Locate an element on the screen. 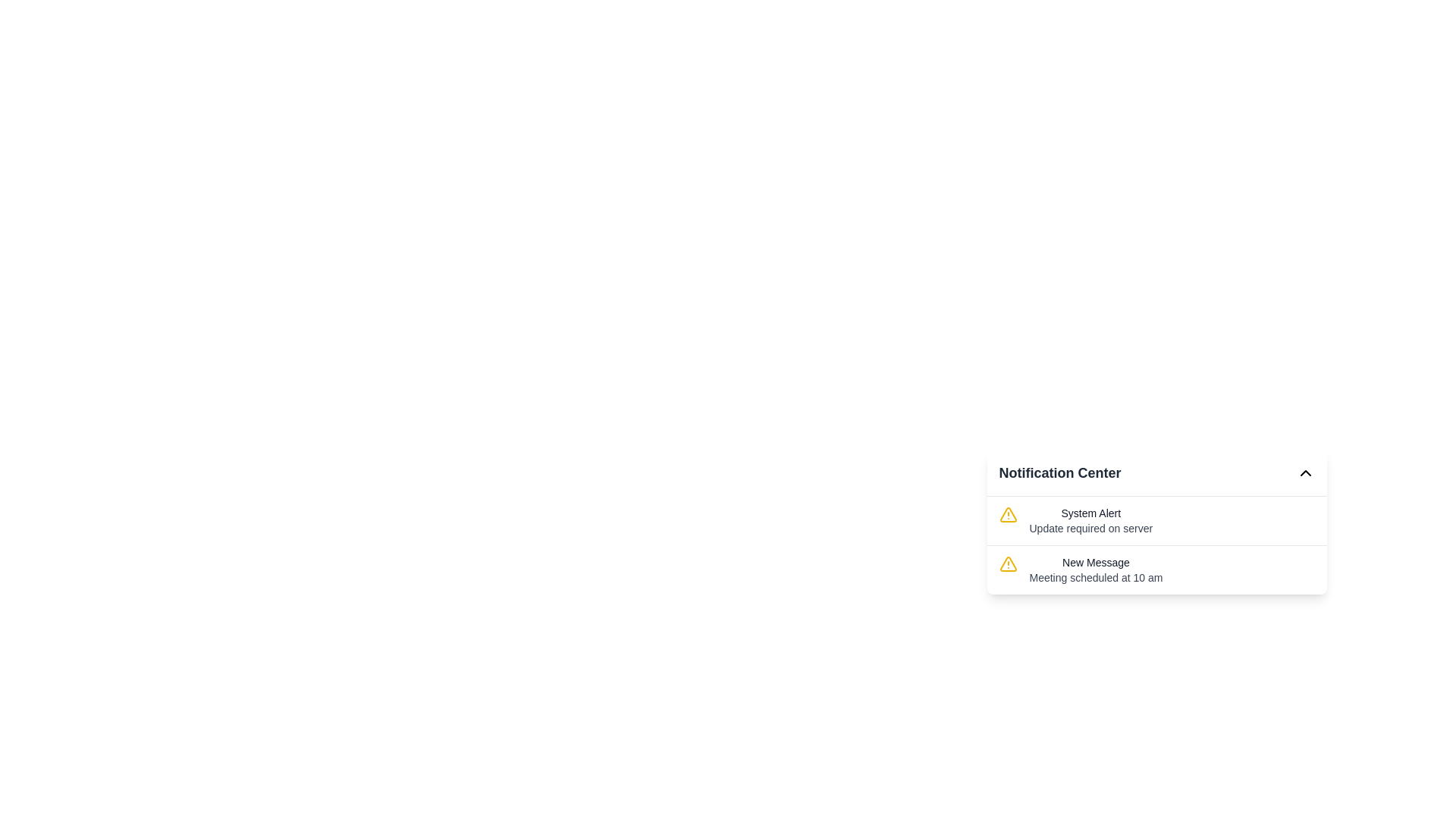  the icon button located in the top-right corner of the 'Notification Center' is located at coordinates (1304, 472).